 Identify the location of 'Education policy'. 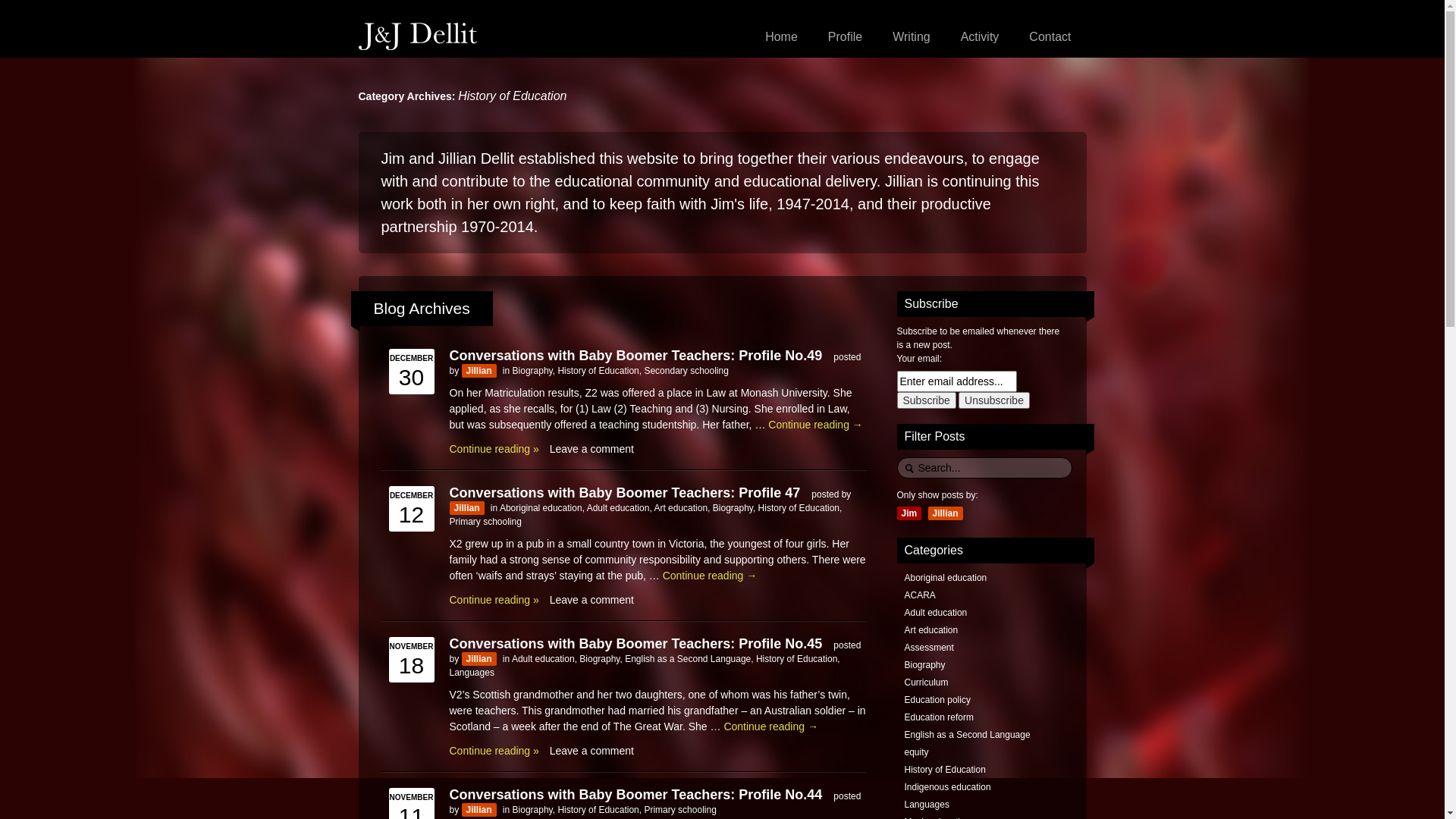
(936, 699).